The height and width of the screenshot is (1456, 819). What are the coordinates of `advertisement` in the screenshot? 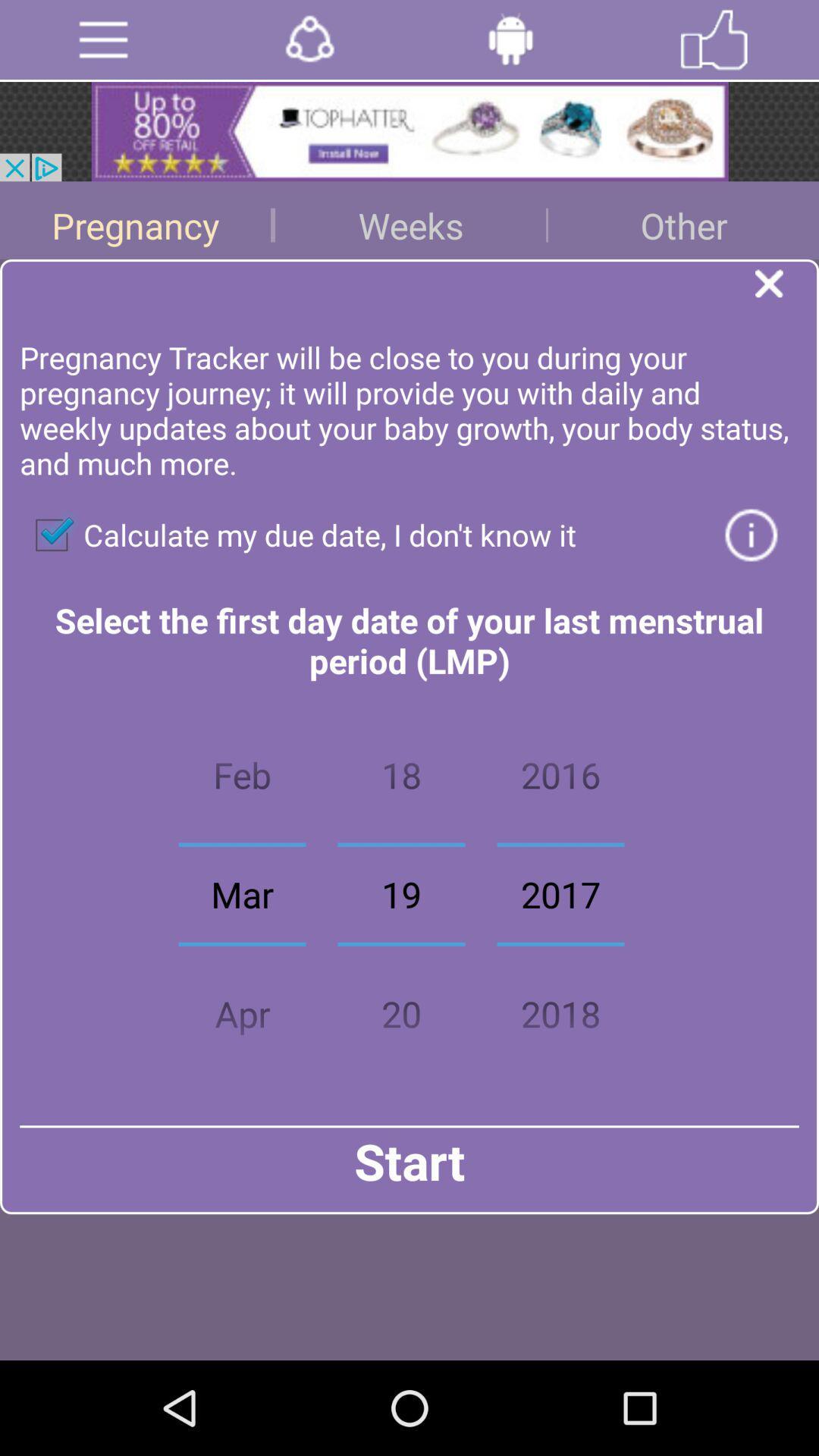 It's located at (409, 131).